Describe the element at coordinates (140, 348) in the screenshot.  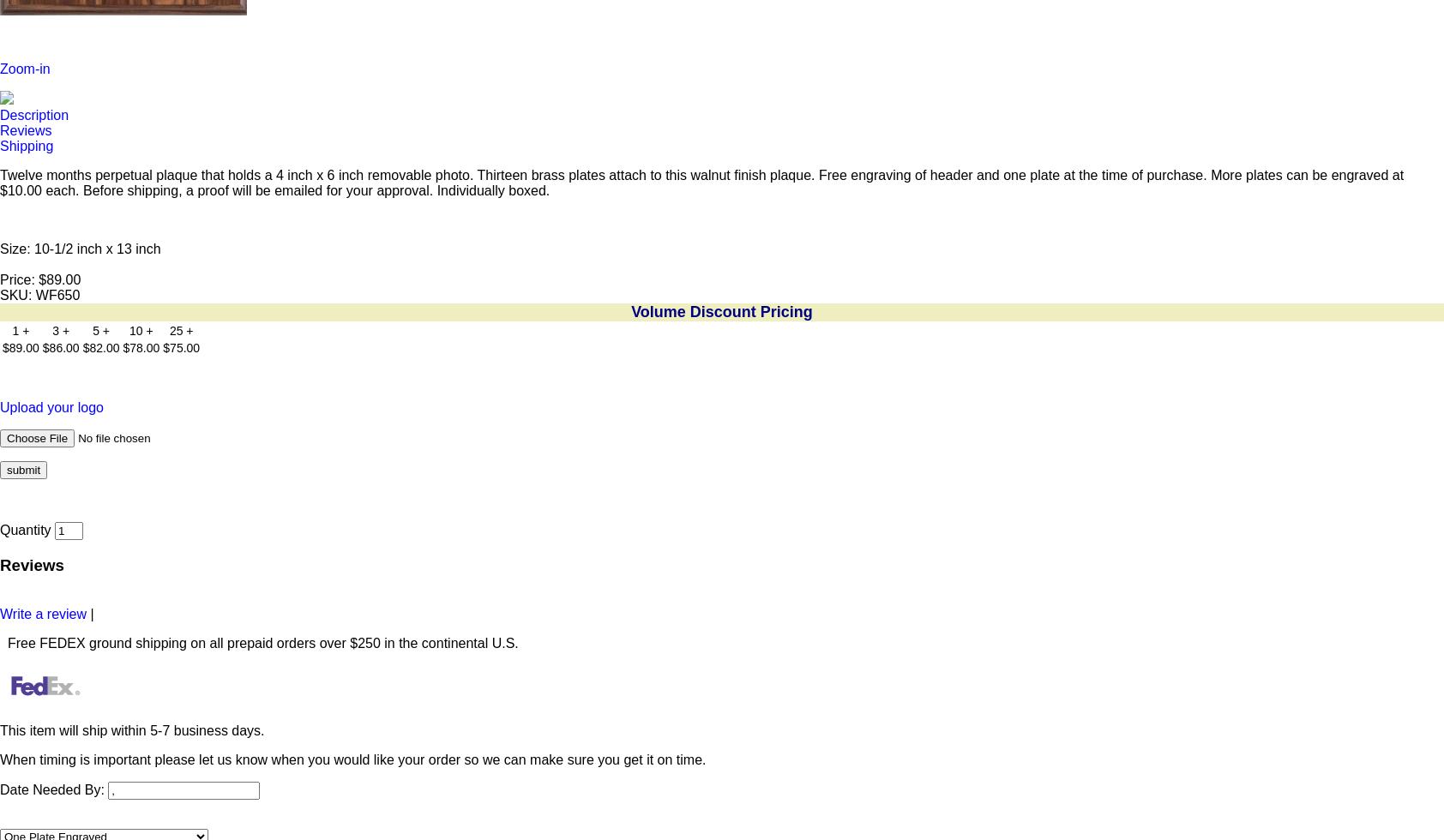
I see `'$78.00'` at that location.